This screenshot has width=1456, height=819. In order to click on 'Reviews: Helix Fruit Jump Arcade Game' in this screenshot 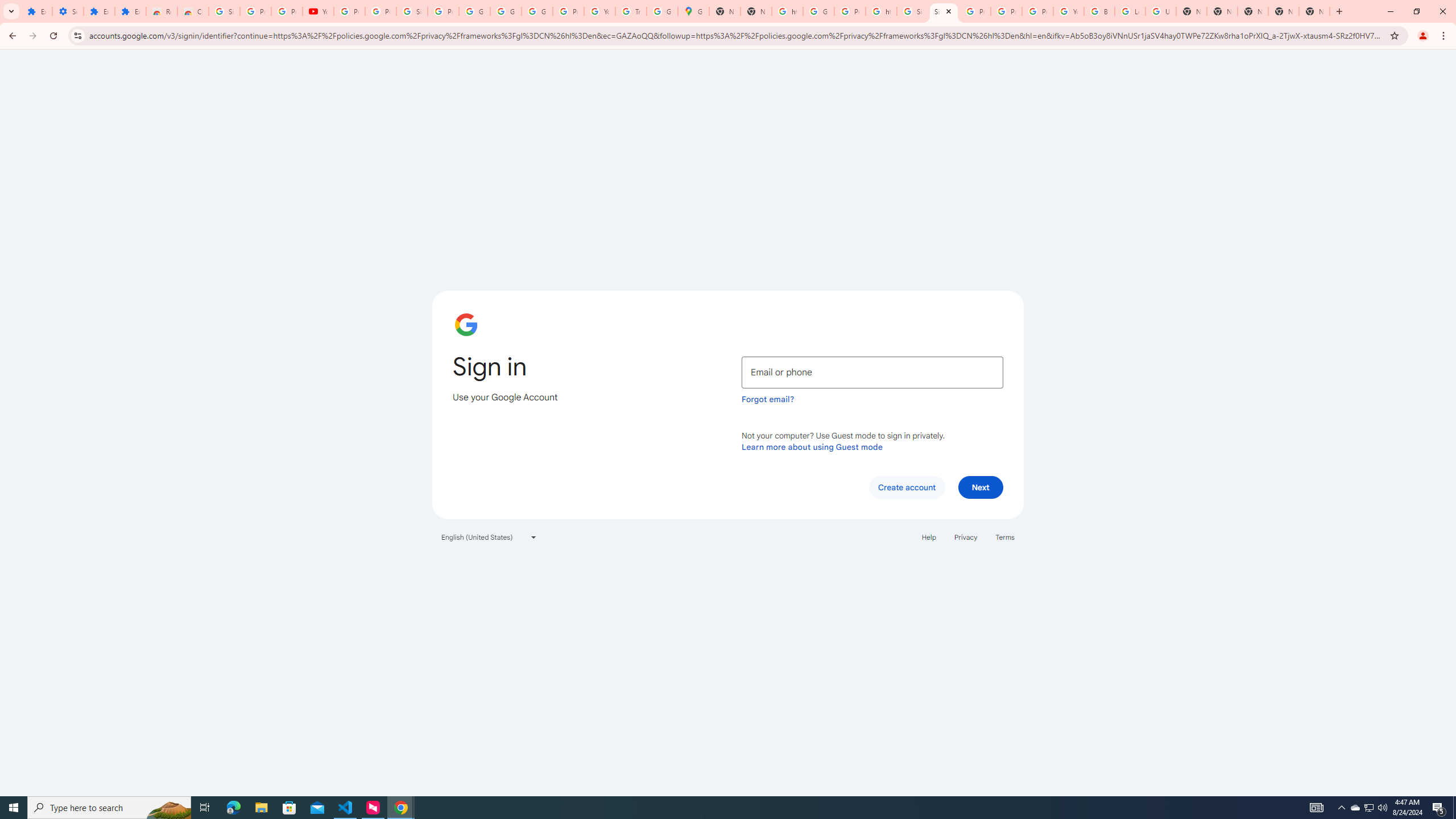, I will do `click(162, 11)`.